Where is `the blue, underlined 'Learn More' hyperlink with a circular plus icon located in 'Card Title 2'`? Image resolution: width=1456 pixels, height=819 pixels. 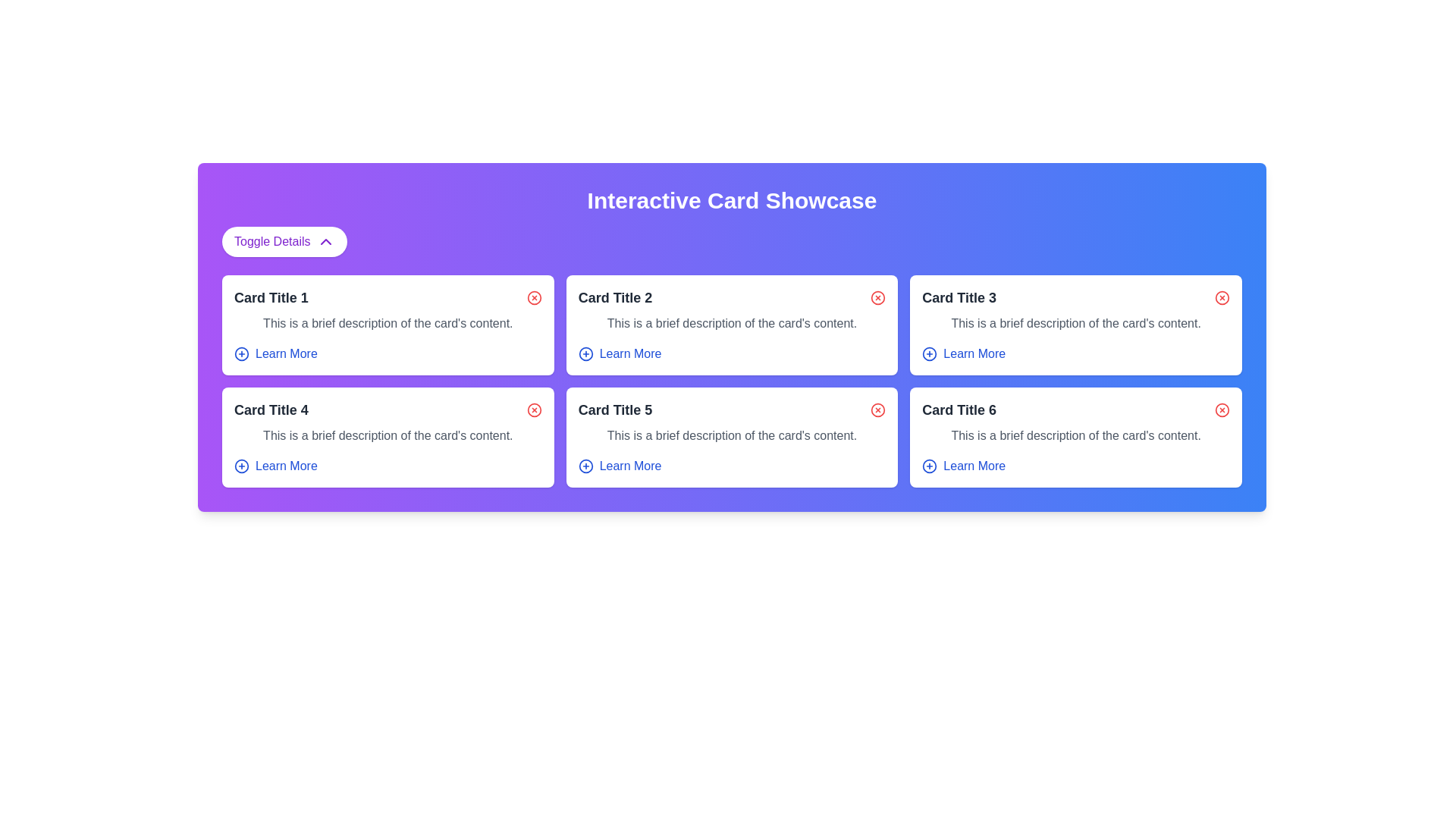 the blue, underlined 'Learn More' hyperlink with a circular plus icon located in 'Card Title 2' is located at coordinates (620, 353).